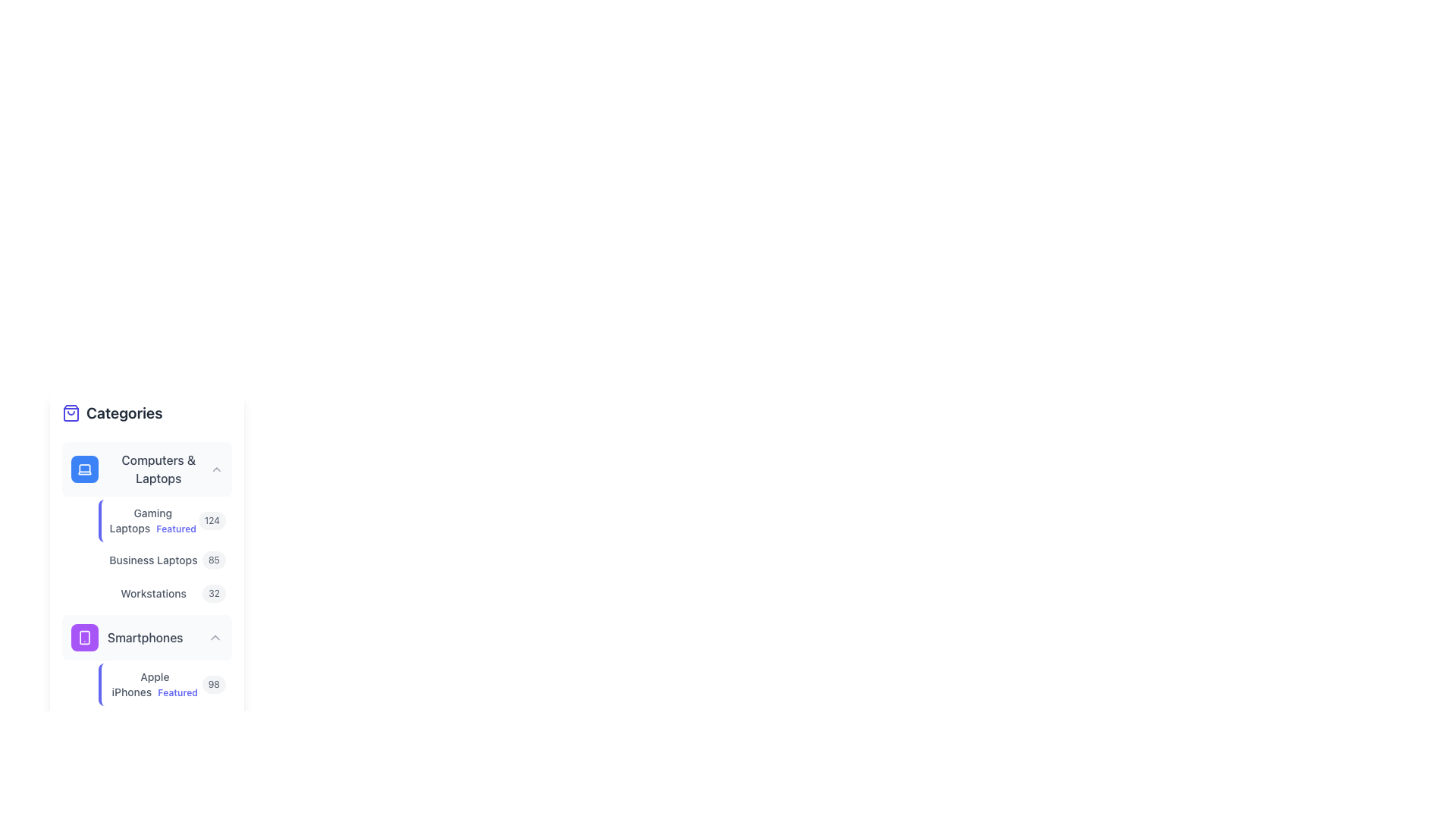 The image size is (1456, 819). What do you see at coordinates (145, 637) in the screenshot?
I see `'Smartphones' category label text located under the 'Categories' menu, positioned between 'Computers & Laptops' and 'Apple iPhones'` at bounding box center [145, 637].